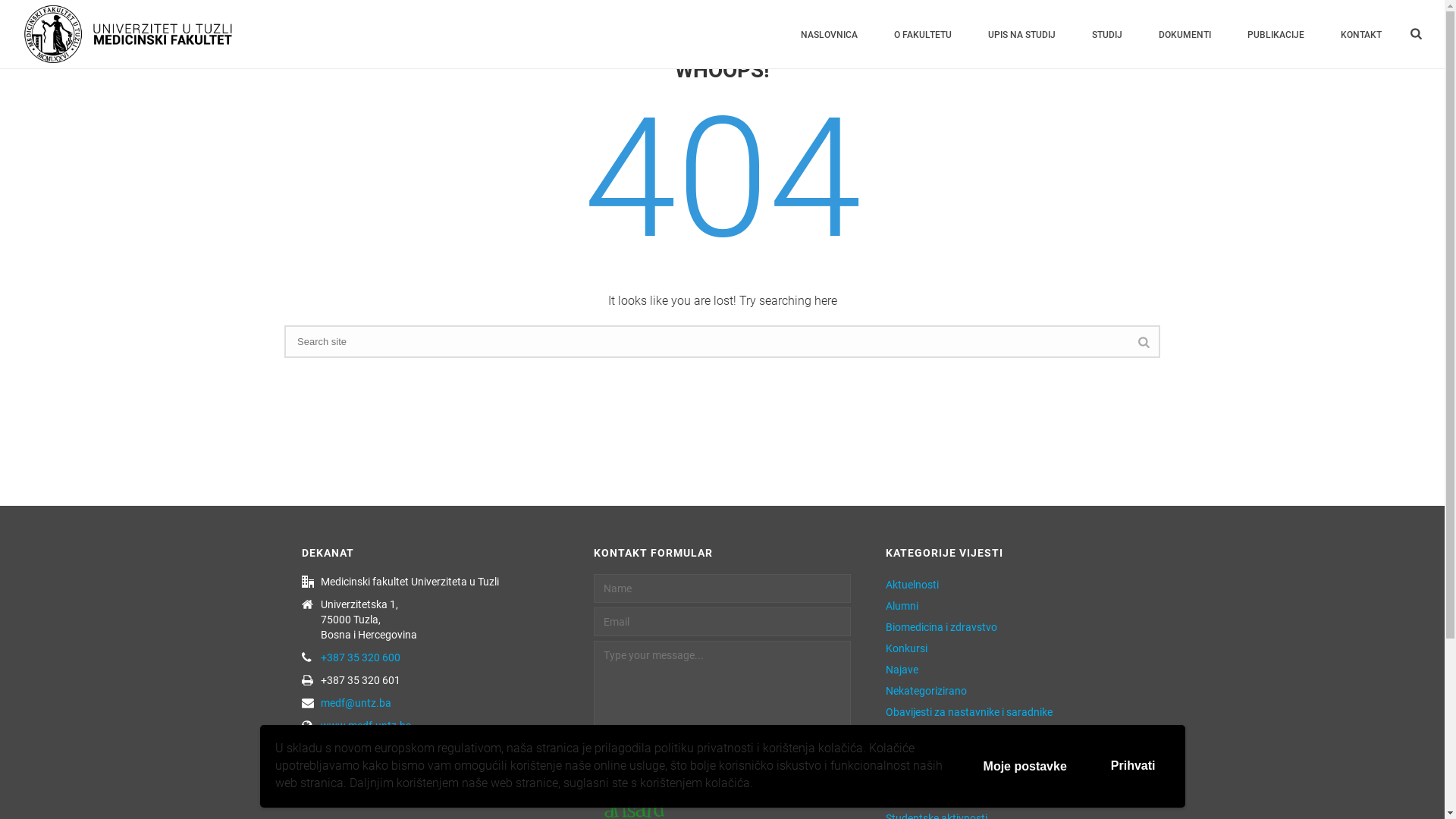 This screenshot has height=819, width=1456. I want to click on '+387 35 320 600', so click(359, 657).